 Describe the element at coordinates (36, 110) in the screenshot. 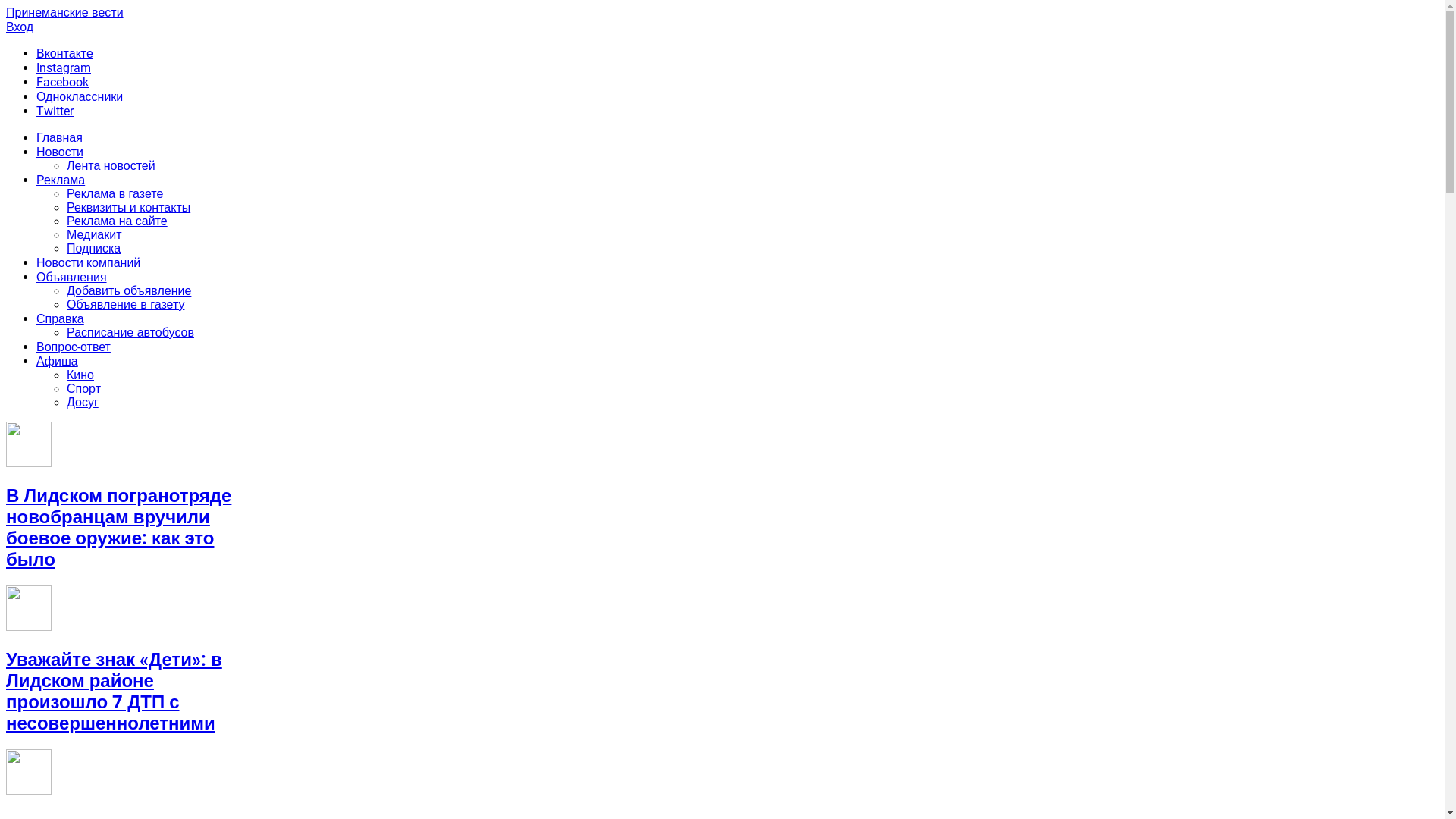

I see `'Twitter'` at that location.